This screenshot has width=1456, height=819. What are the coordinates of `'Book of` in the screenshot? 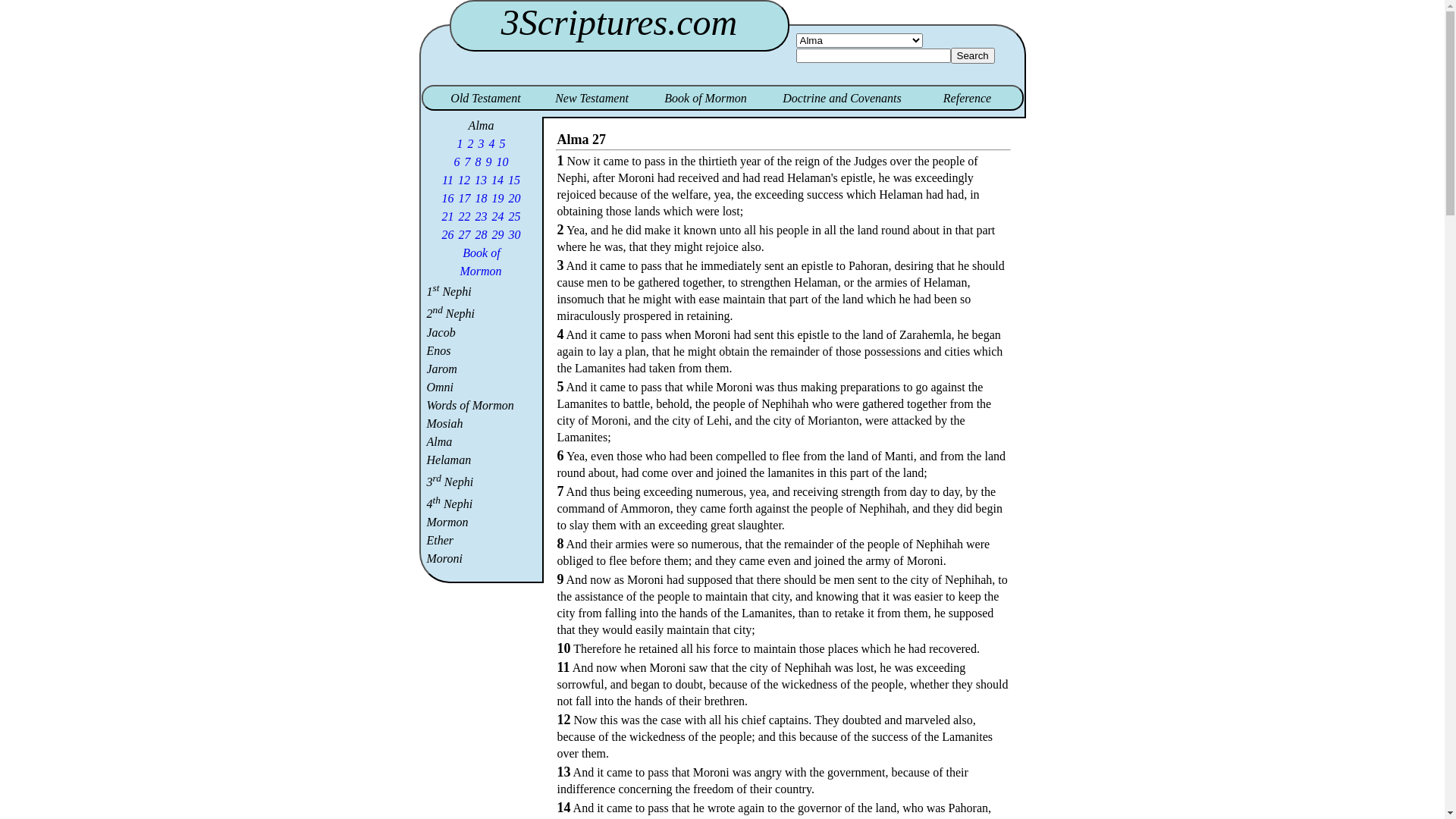 It's located at (458, 261).